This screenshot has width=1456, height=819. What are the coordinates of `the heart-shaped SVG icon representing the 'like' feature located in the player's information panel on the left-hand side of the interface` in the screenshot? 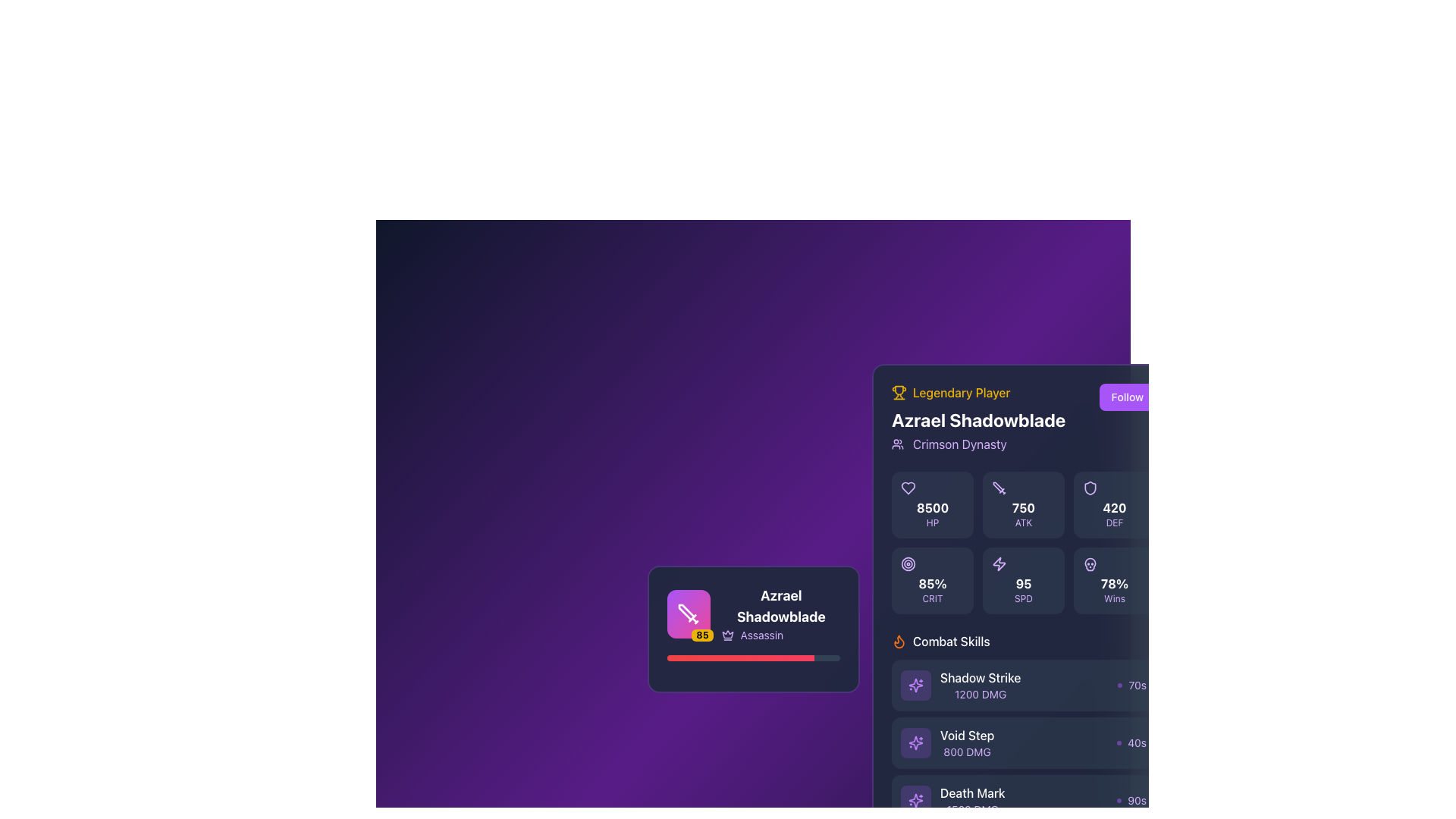 It's located at (908, 488).